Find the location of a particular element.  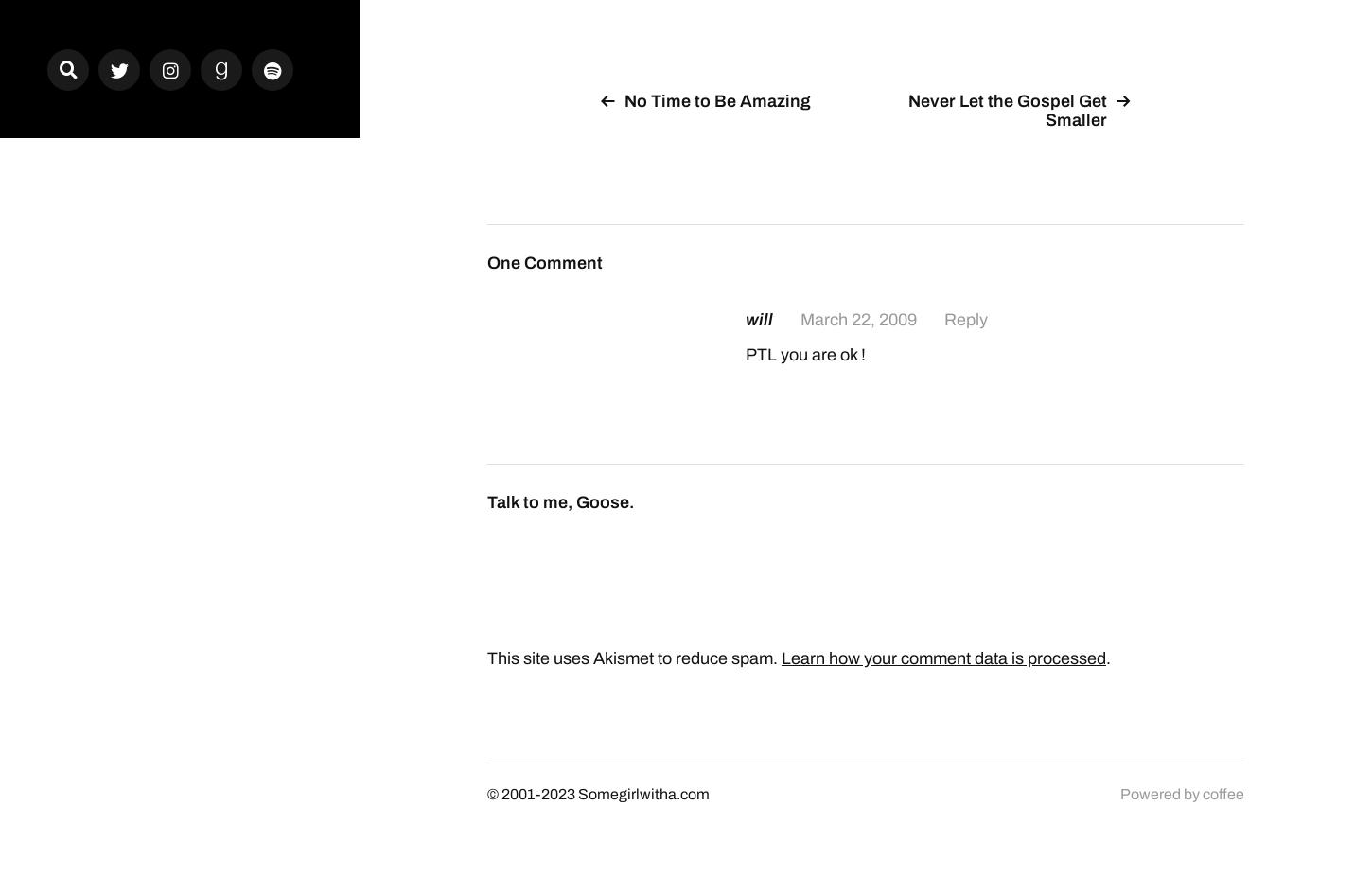

'Reply' is located at coordinates (965, 317).